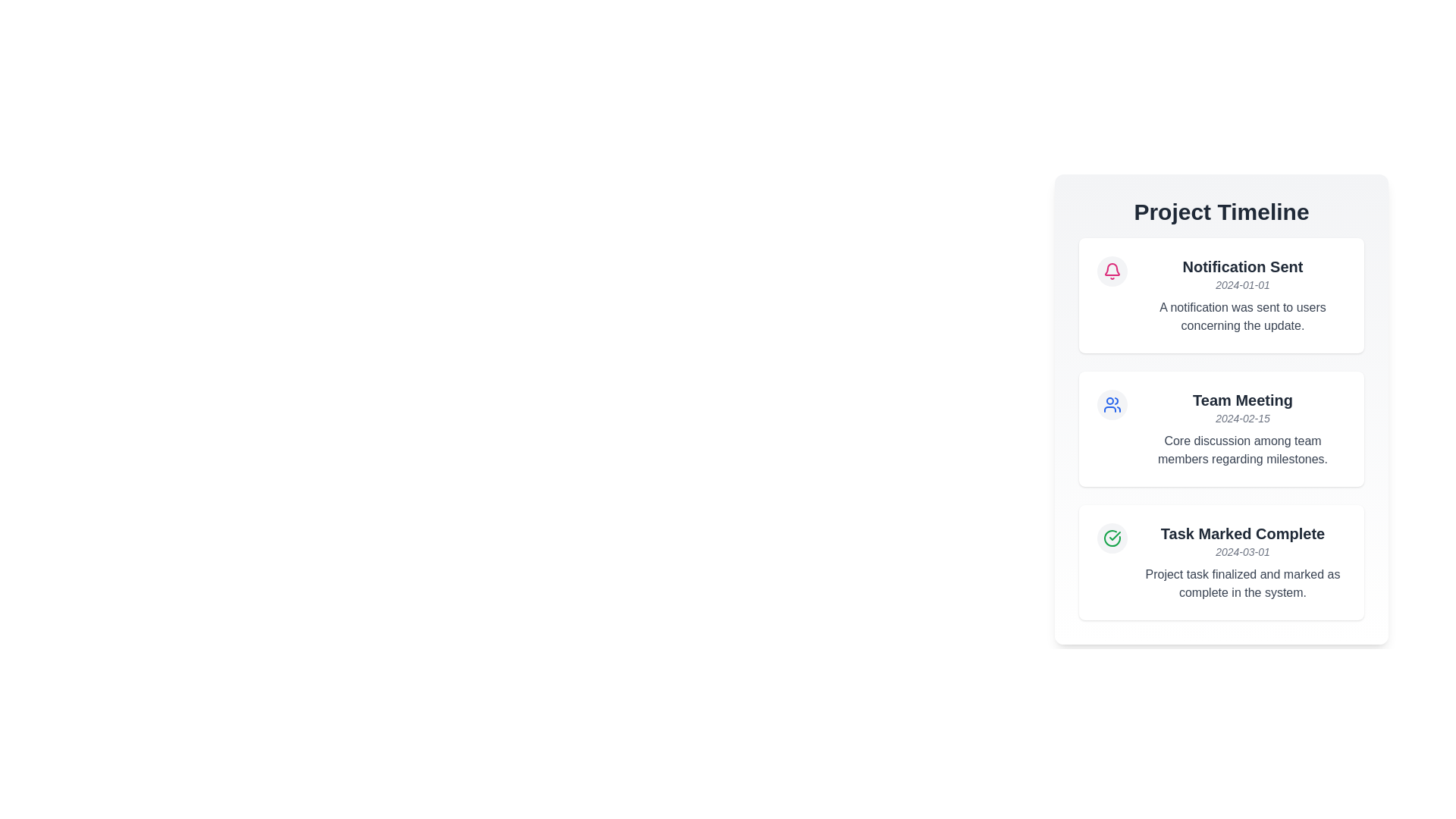  I want to click on the static text block providing additional information about the 'Task Marked Complete' event, located at the bottom of the 'Project Timeline' section, so click(1242, 583).